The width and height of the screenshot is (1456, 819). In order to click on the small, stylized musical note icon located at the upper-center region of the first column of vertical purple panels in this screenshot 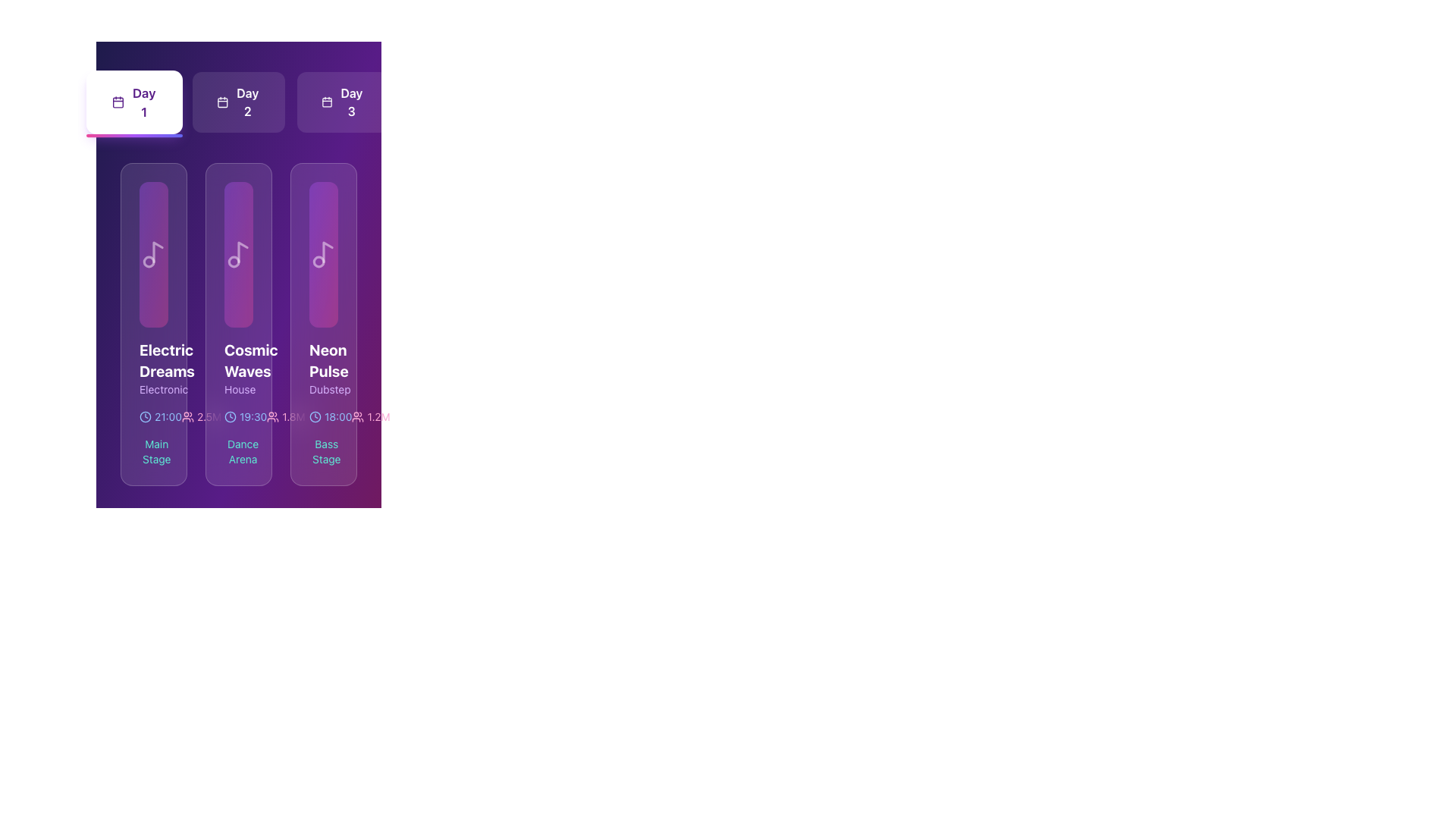, I will do `click(158, 251)`.